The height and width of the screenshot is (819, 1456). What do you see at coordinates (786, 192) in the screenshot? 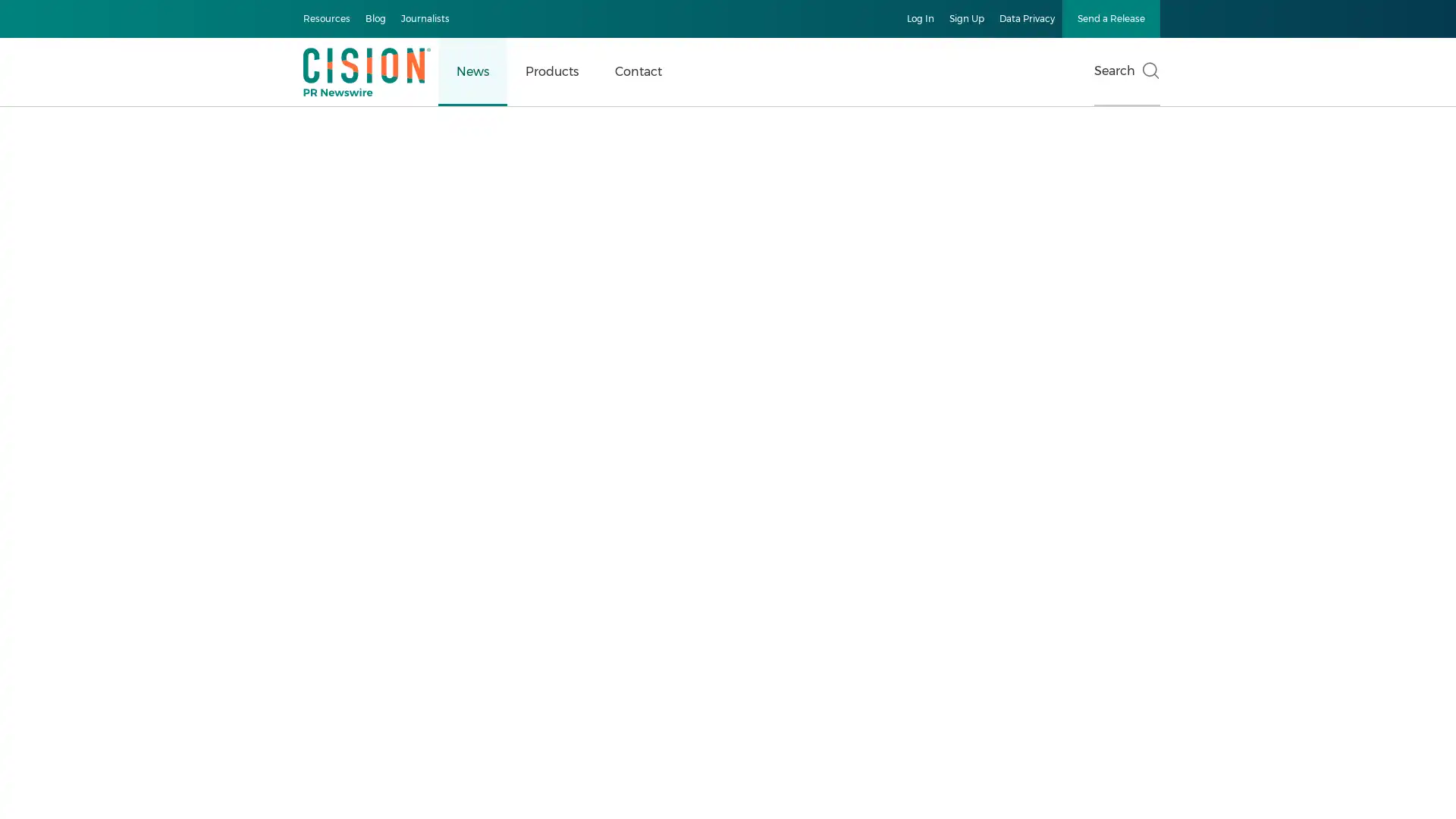
I see `Accept All Cookies` at bounding box center [786, 192].